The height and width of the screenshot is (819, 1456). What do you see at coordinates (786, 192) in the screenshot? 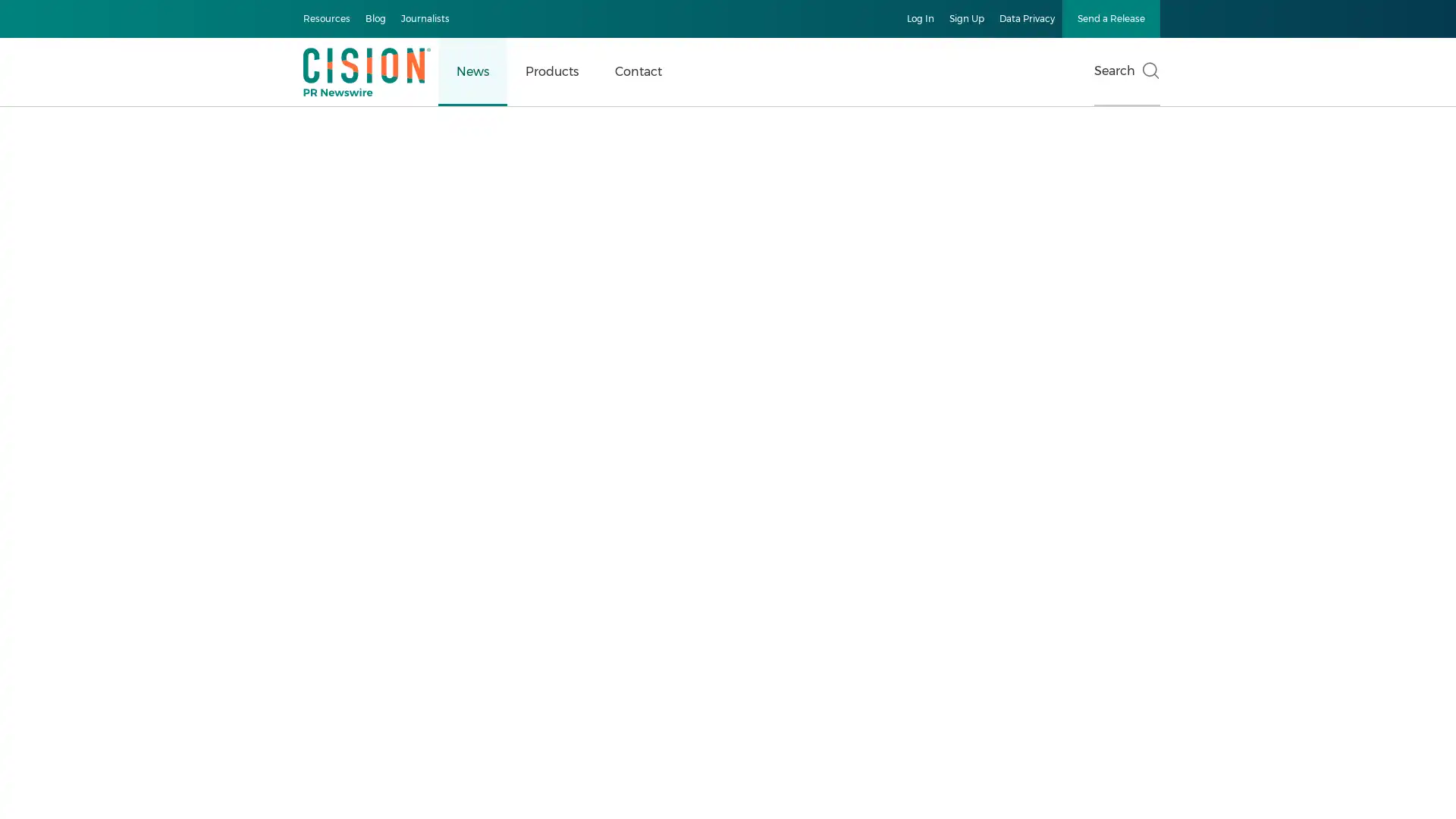
I see `Accept All Cookies` at bounding box center [786, 192].